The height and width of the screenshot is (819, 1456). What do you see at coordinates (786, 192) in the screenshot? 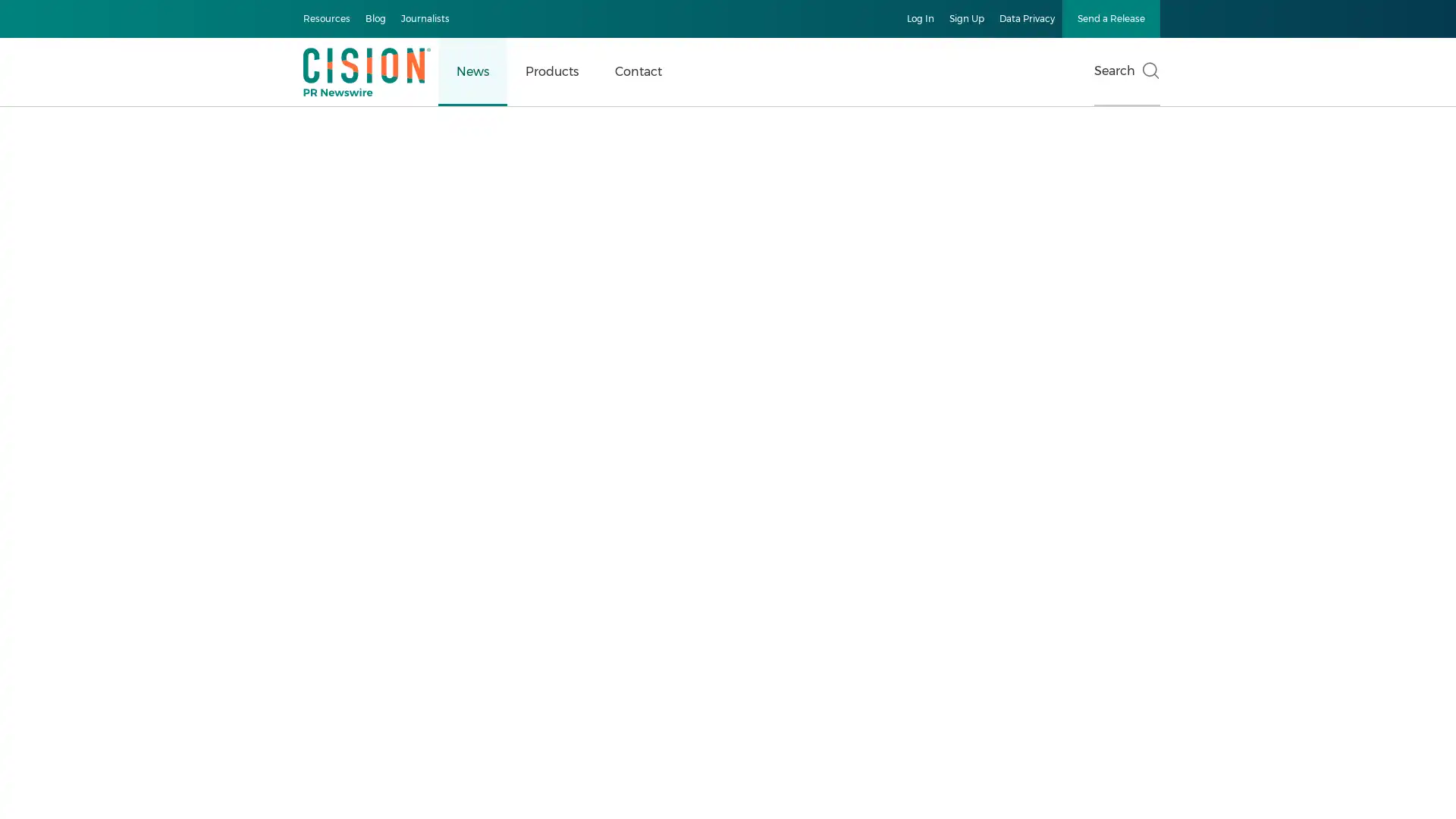
I see `Accept All Cookies` at bounding box center [786, 192].